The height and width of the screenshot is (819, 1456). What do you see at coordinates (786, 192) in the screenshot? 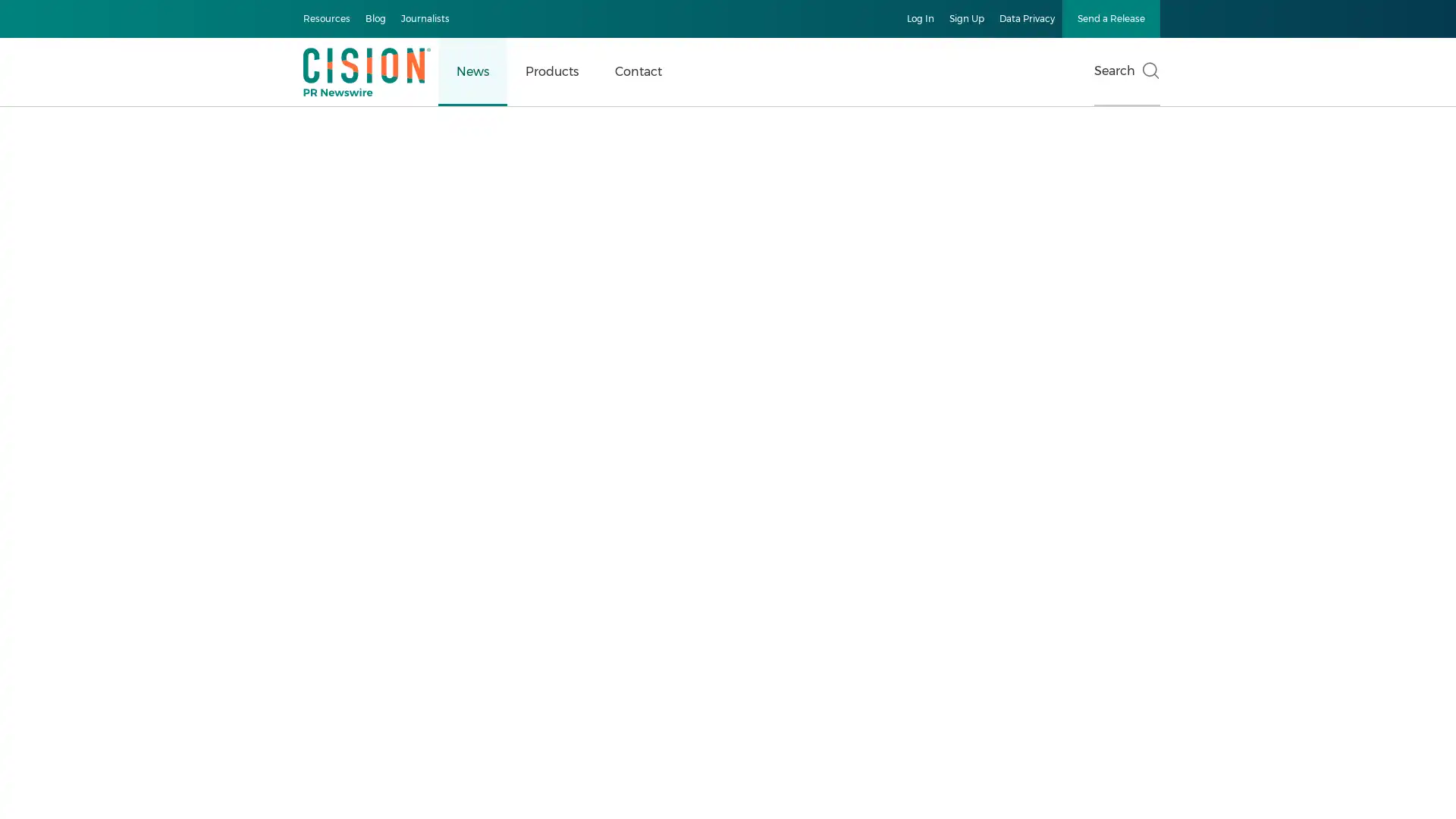
I see `Accept All Cookies` at bounding box center [786, 192].